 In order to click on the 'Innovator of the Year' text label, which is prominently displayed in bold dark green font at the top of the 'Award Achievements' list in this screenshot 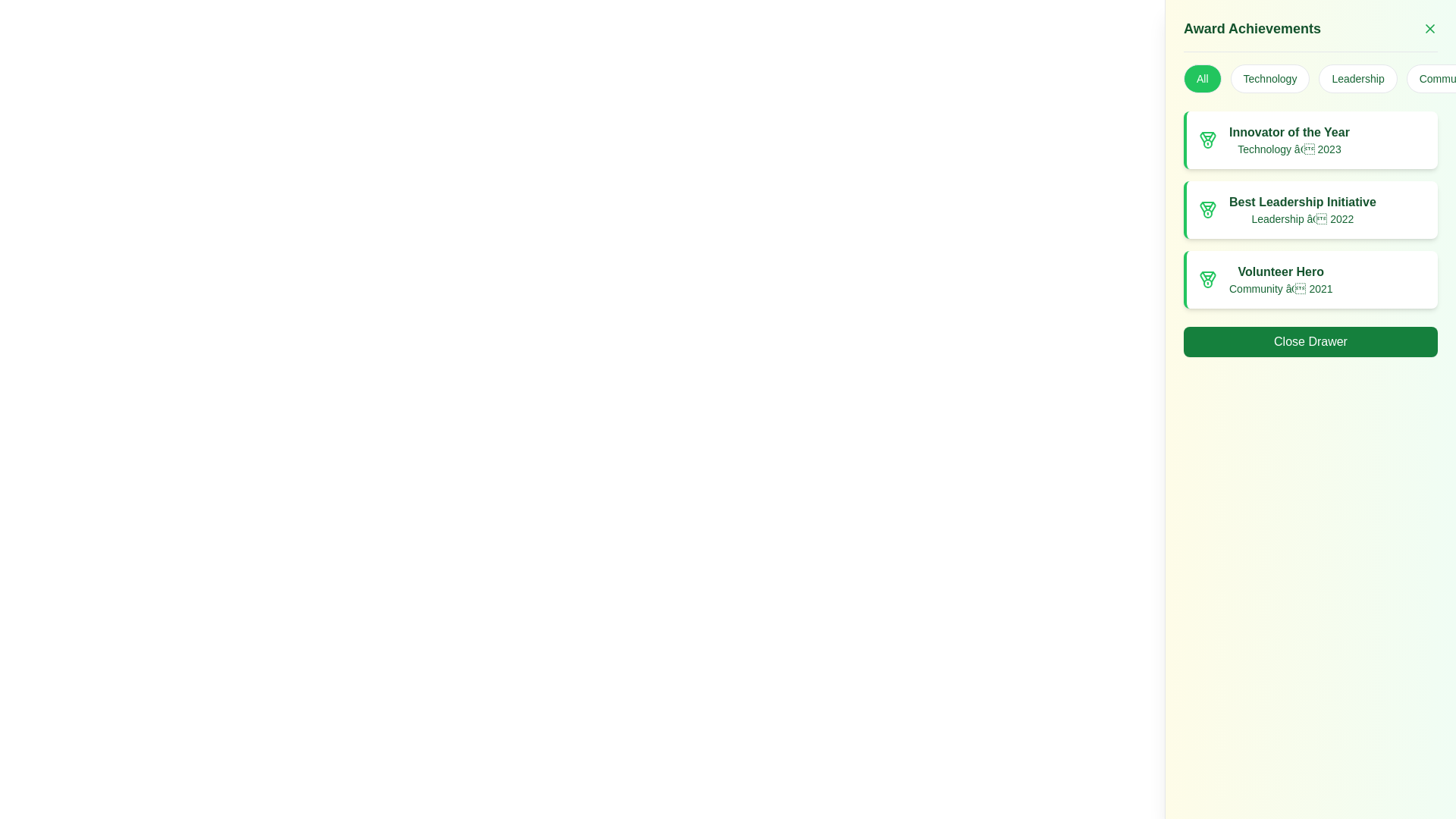, I will do `click(1288, 131)`.